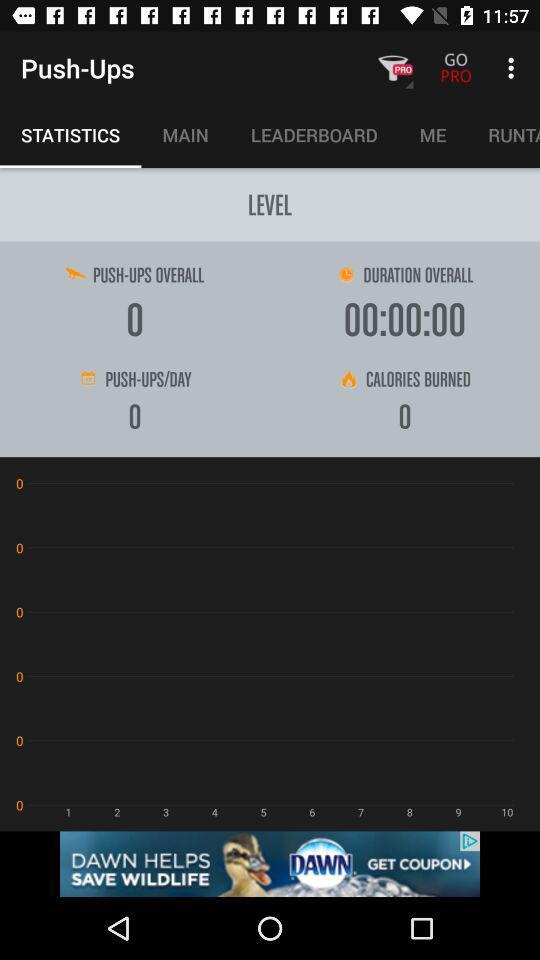 This screenshot has height=960, width=540. Describe the element at coordinates (270, 863) in the screenshot. I see `advert banner` at that location.